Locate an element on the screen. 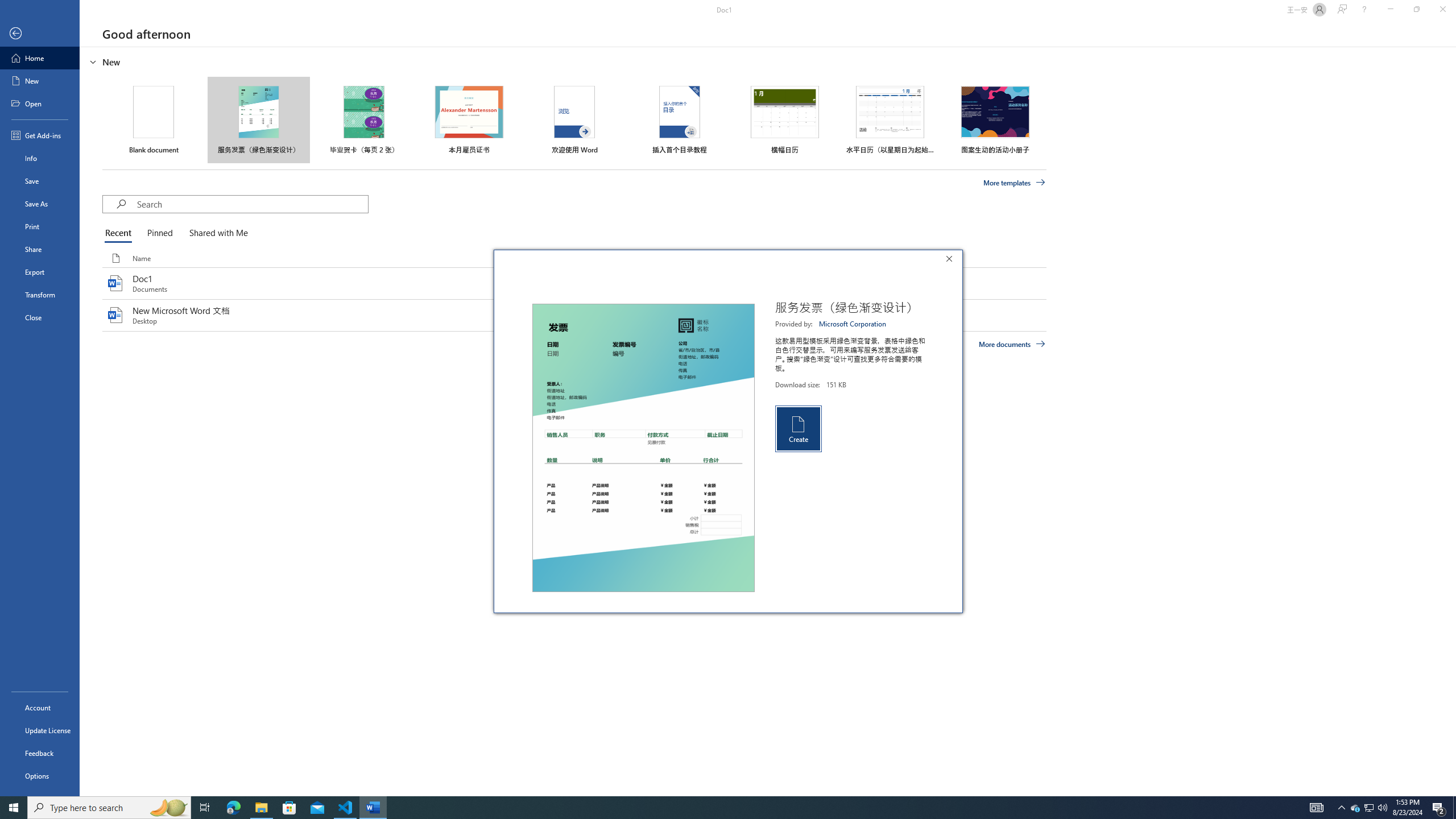 This screenshot has width=1456, height=819. 'Get Add-ins' is located at coordinates (39, 135).